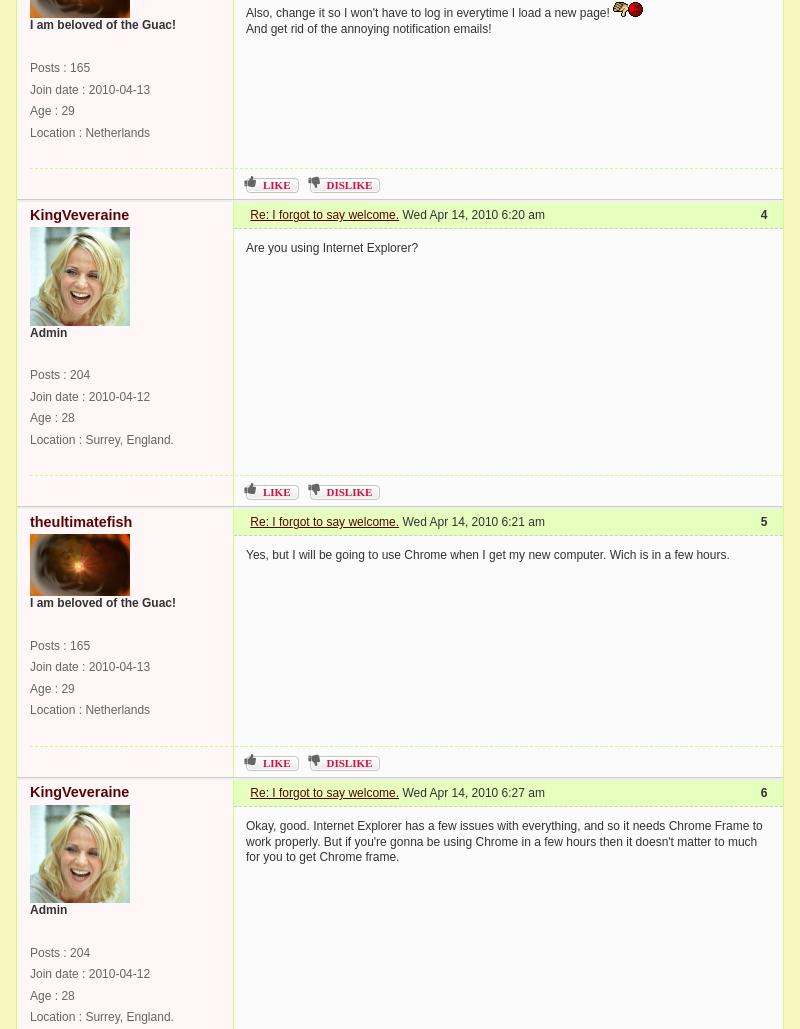 This screenshot has width=800, height=1029. I want to click on 'Wed Apr 14, 2010 6:20 am', so click(471, 214).